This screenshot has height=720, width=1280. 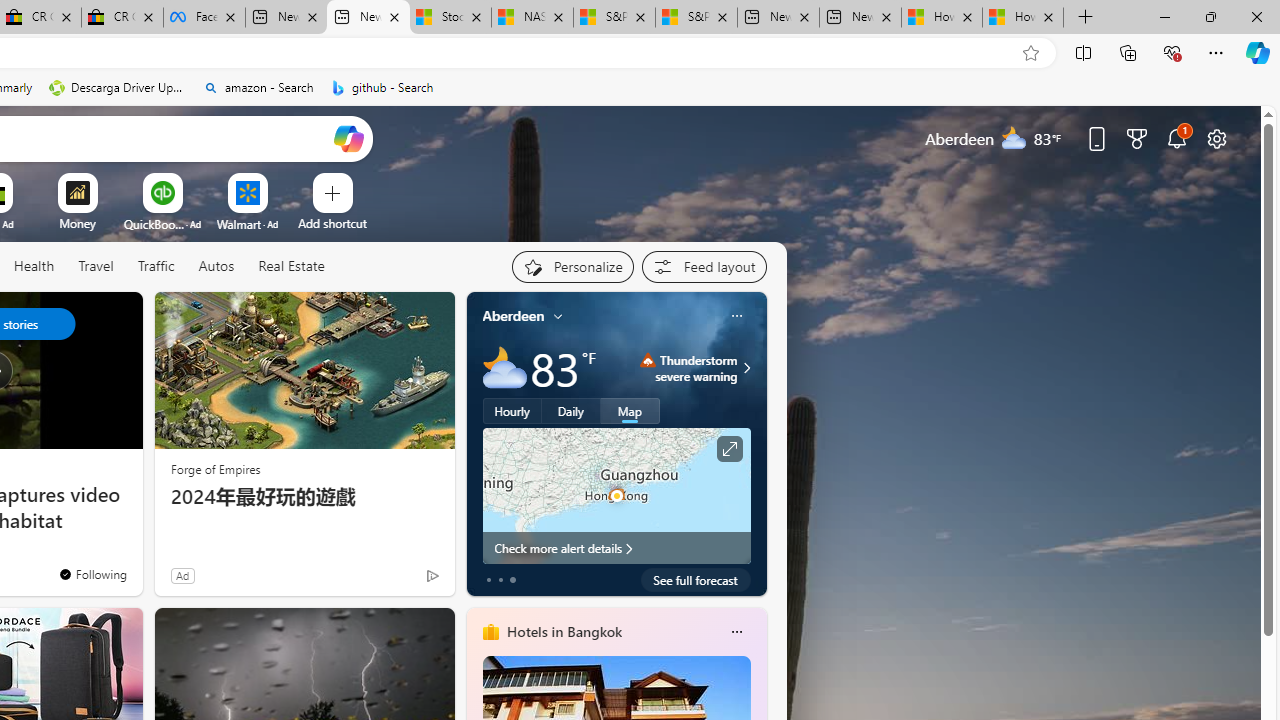 What do you see at coordinates (704, 266) in the screenshot?
I see `'Feed settings'` at bounding box center [704, 266].